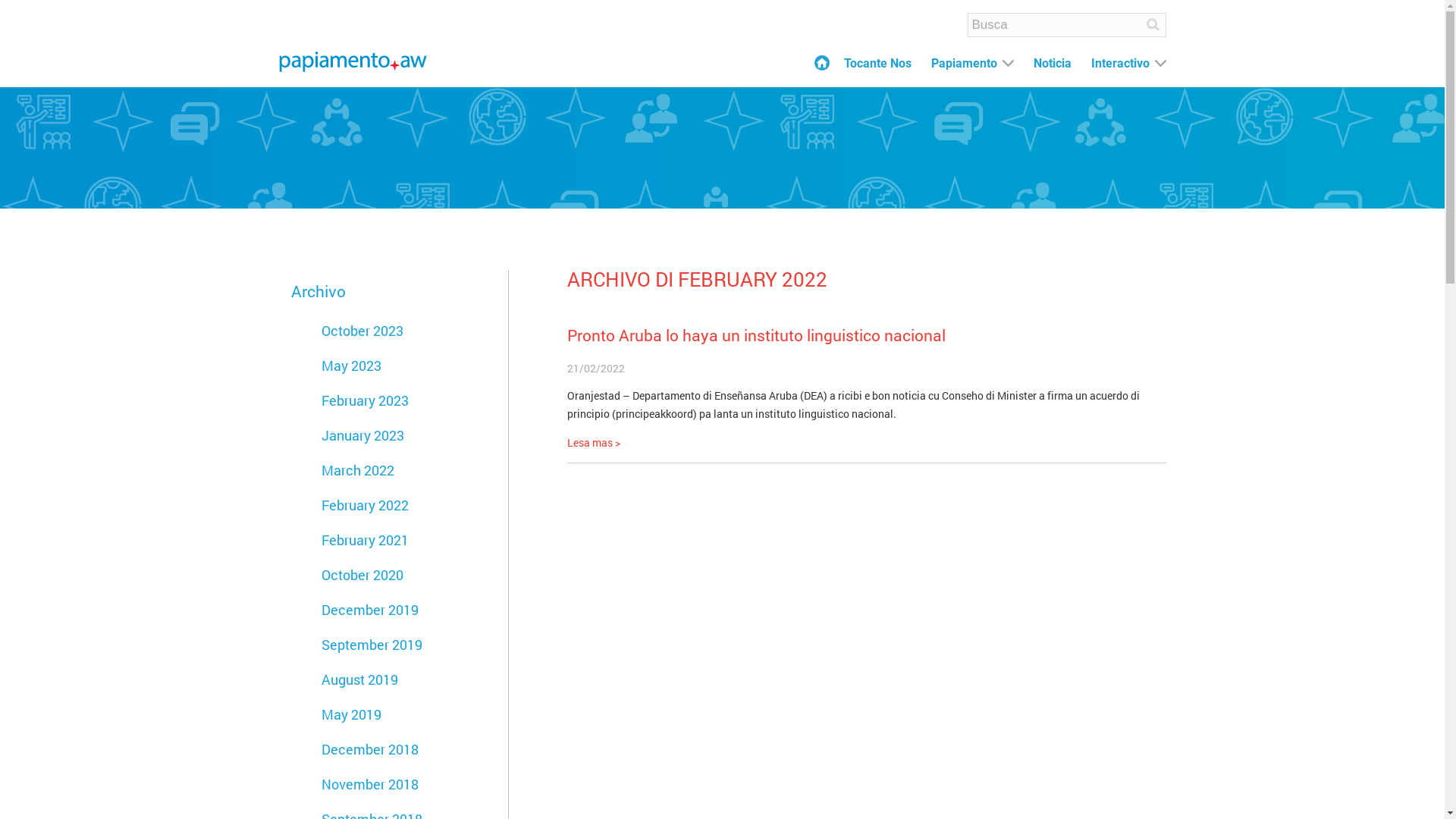 The width and height of the screenshot is (1456, 819). I want to click on 'February 2023', so click(365, 400).